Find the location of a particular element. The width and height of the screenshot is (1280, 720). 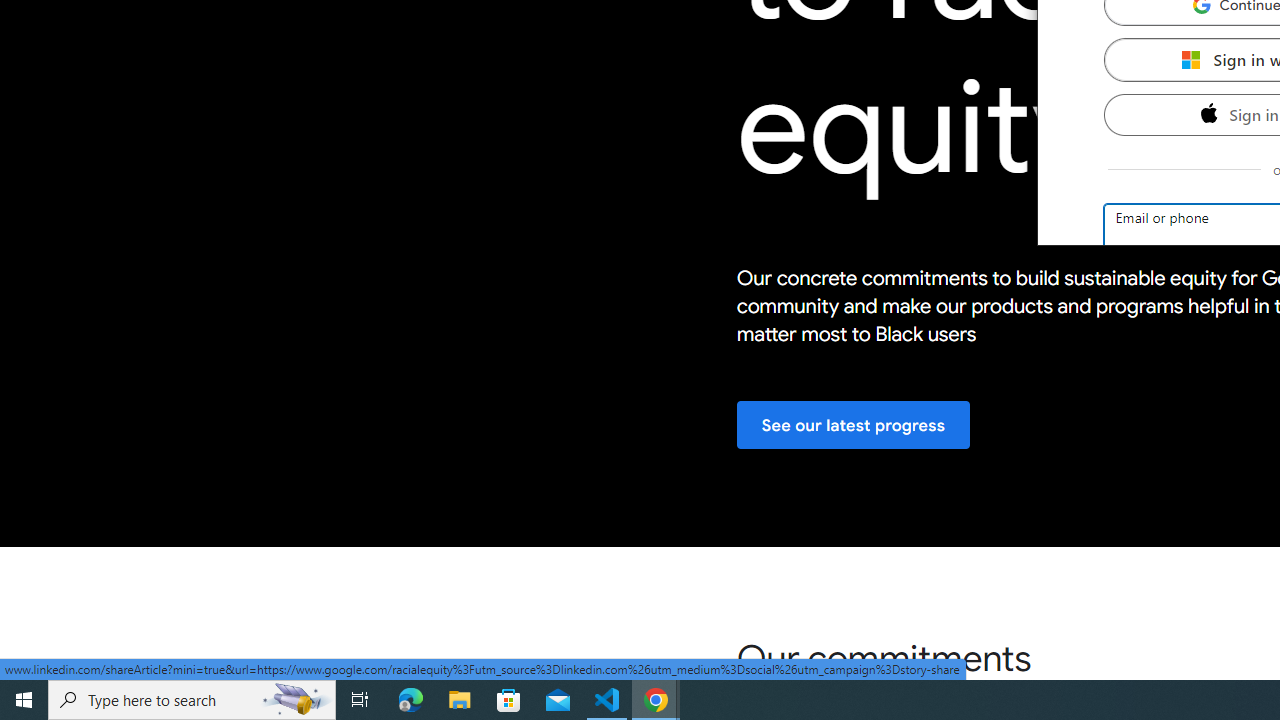

'Microsoft' is located at coordinates (1190, 58).